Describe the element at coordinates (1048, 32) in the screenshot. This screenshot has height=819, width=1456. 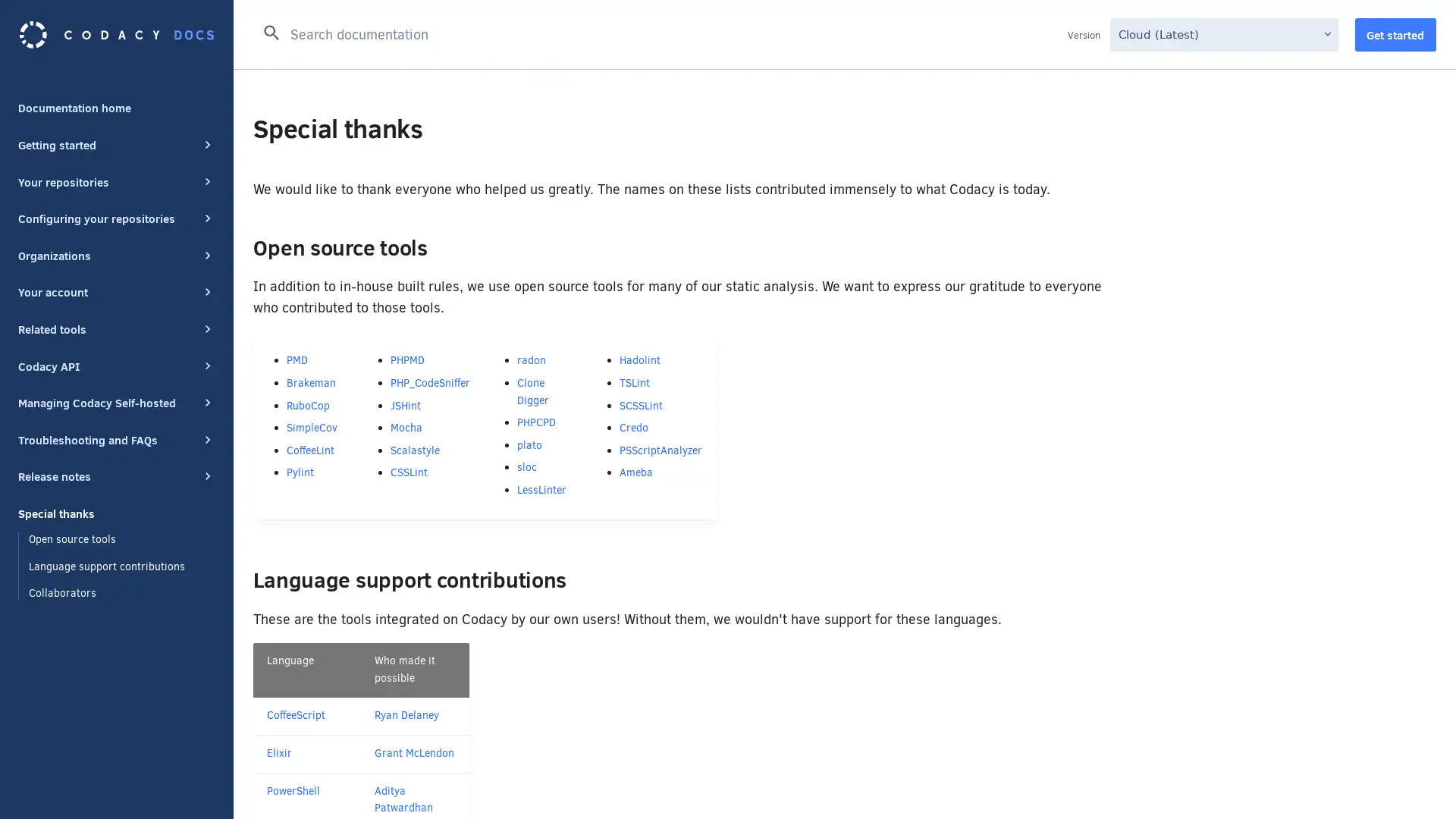
I see `Clear` at that location.